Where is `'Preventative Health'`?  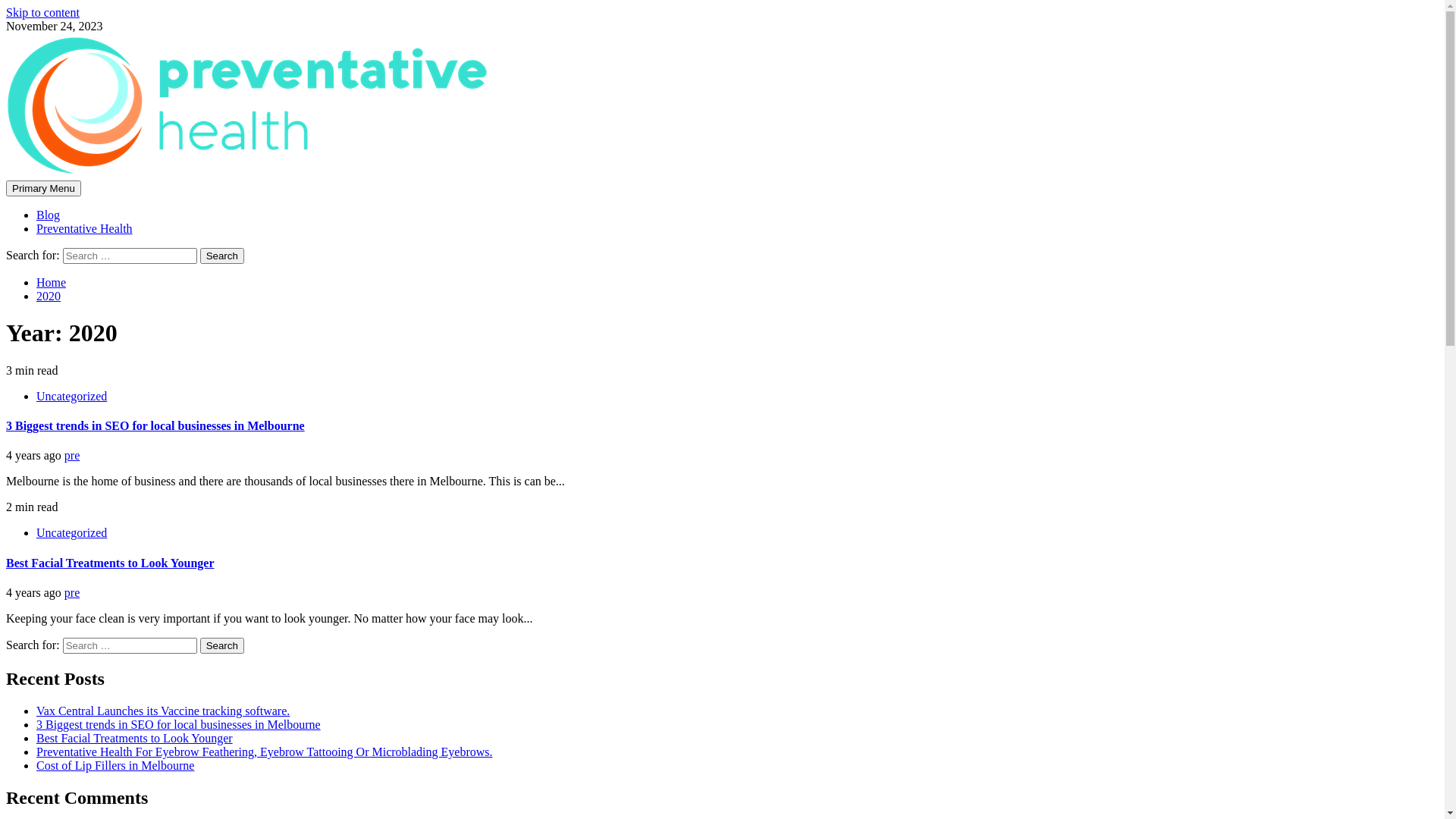
'Preventative Health' is located at coordinates (83, 228).